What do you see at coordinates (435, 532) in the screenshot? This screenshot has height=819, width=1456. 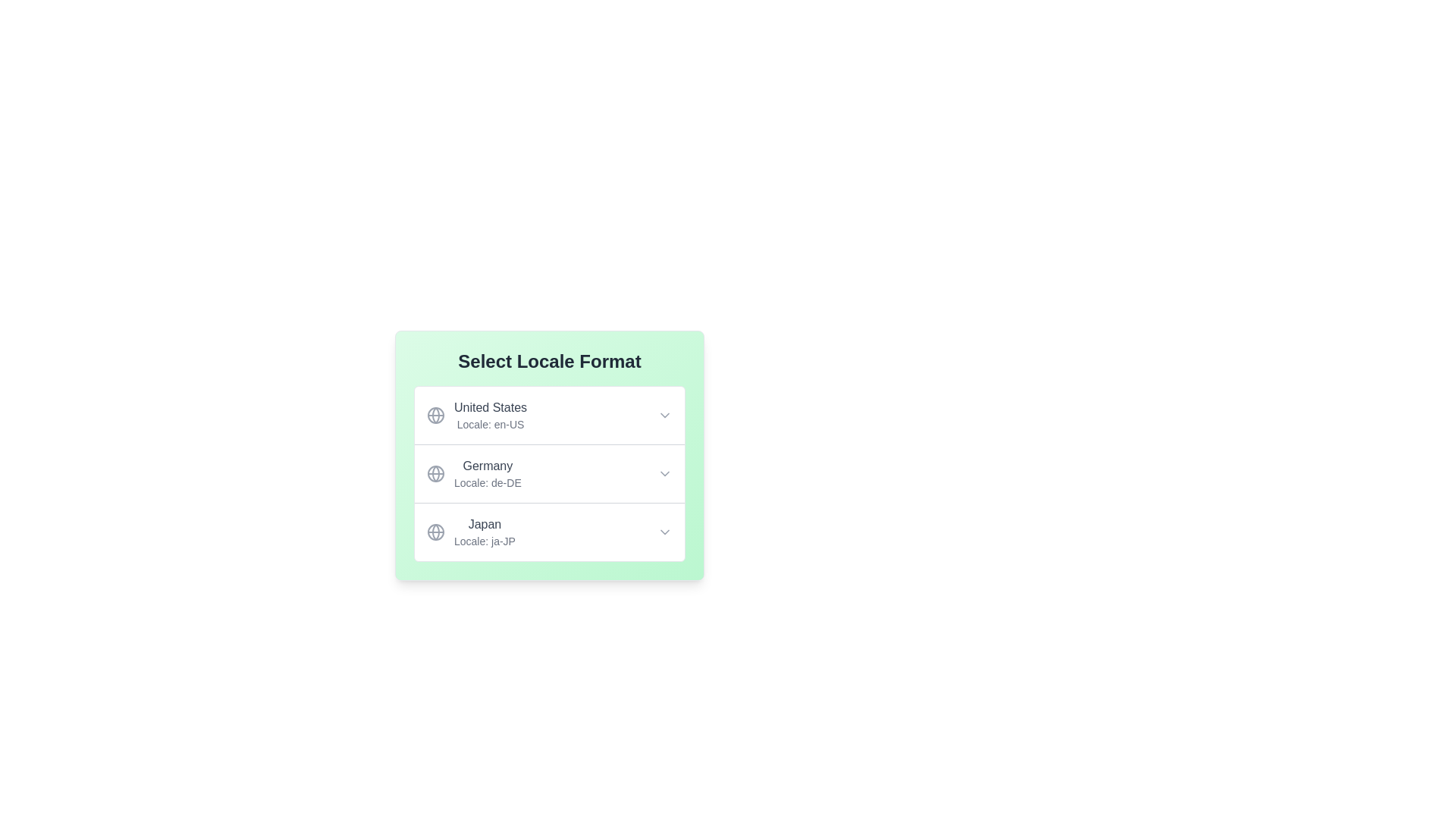 I see `the Japan locale selection icon, which is the leftmost element in its row, visually representing the Japan locale` at bounding box center [435, 532].